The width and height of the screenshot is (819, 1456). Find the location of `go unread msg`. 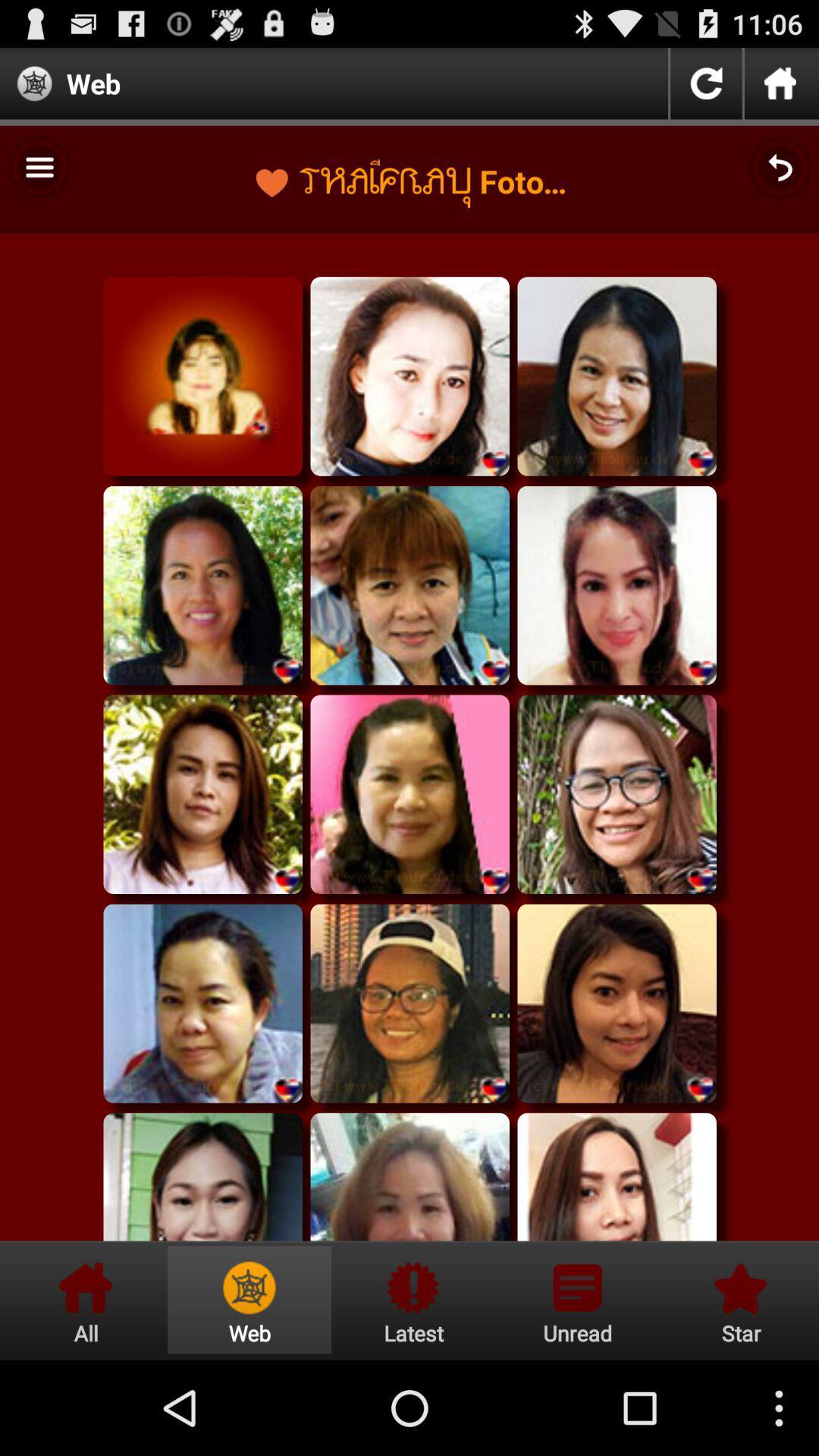

go unread msg is located at coordinates (577, 1299).